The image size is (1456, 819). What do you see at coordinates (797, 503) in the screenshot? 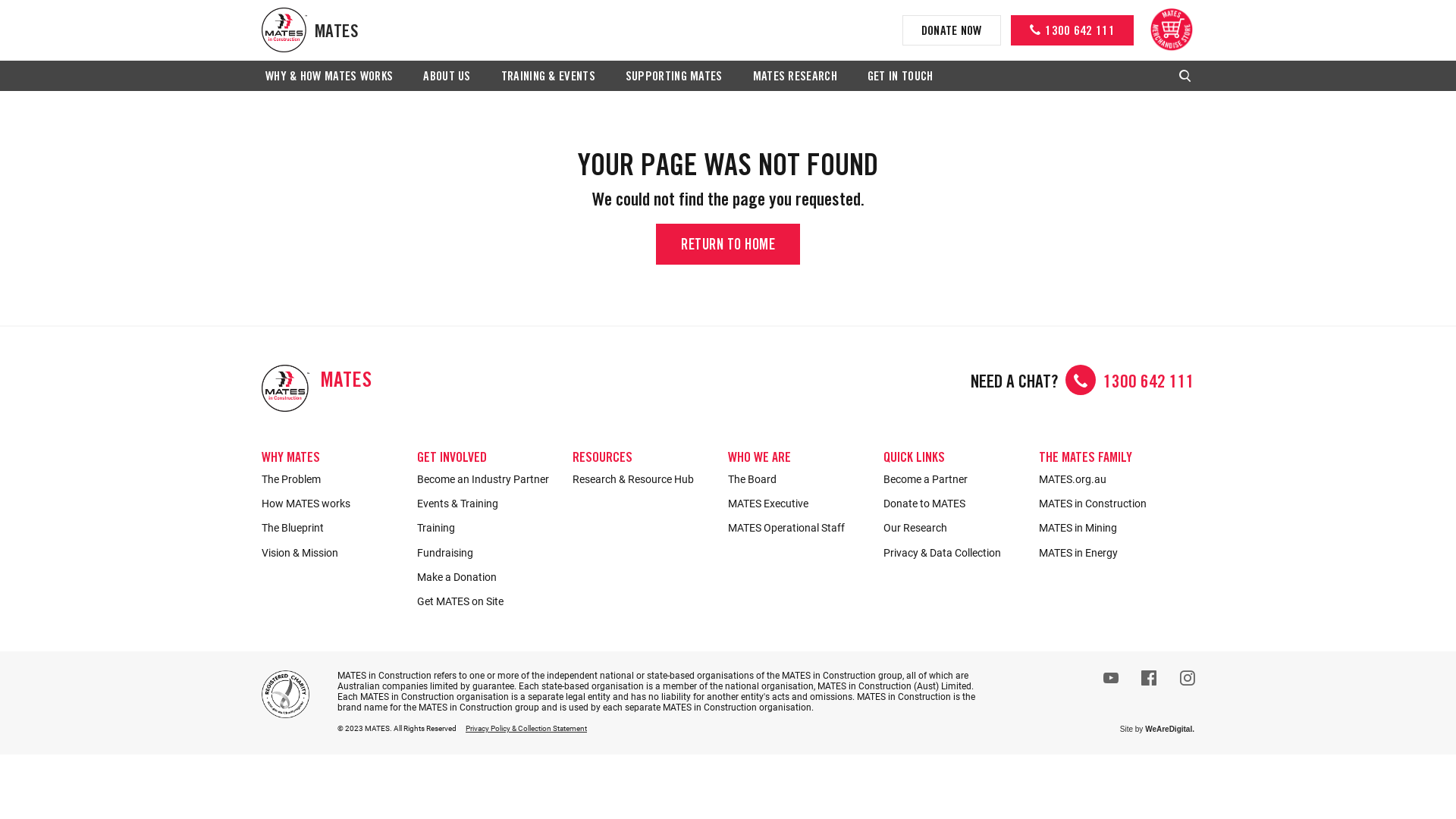
I see `'MATES Executive'` at bounding box center [797, 503].